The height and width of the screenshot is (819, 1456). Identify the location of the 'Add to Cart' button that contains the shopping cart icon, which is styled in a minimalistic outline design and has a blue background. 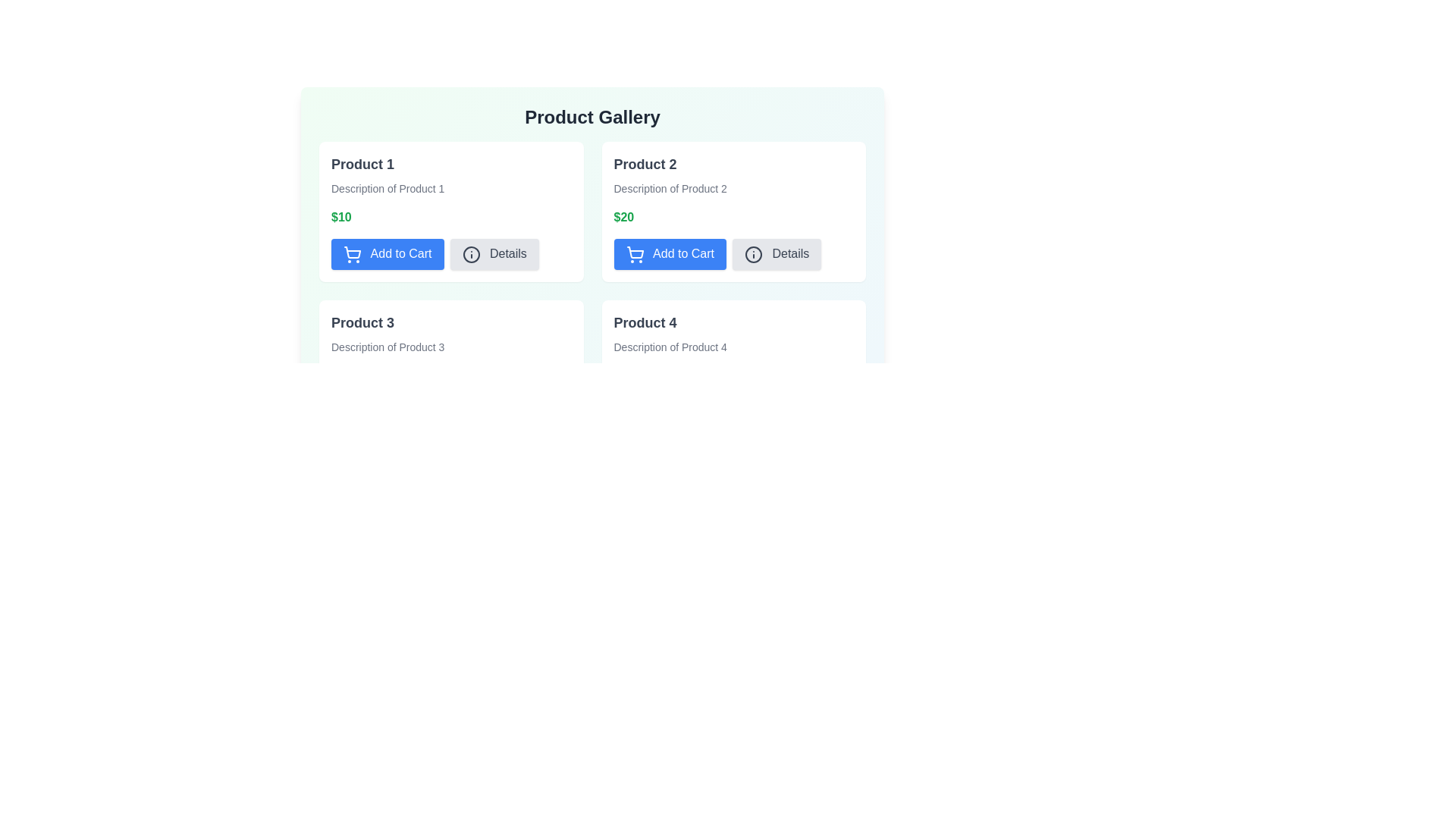
(635, 253).